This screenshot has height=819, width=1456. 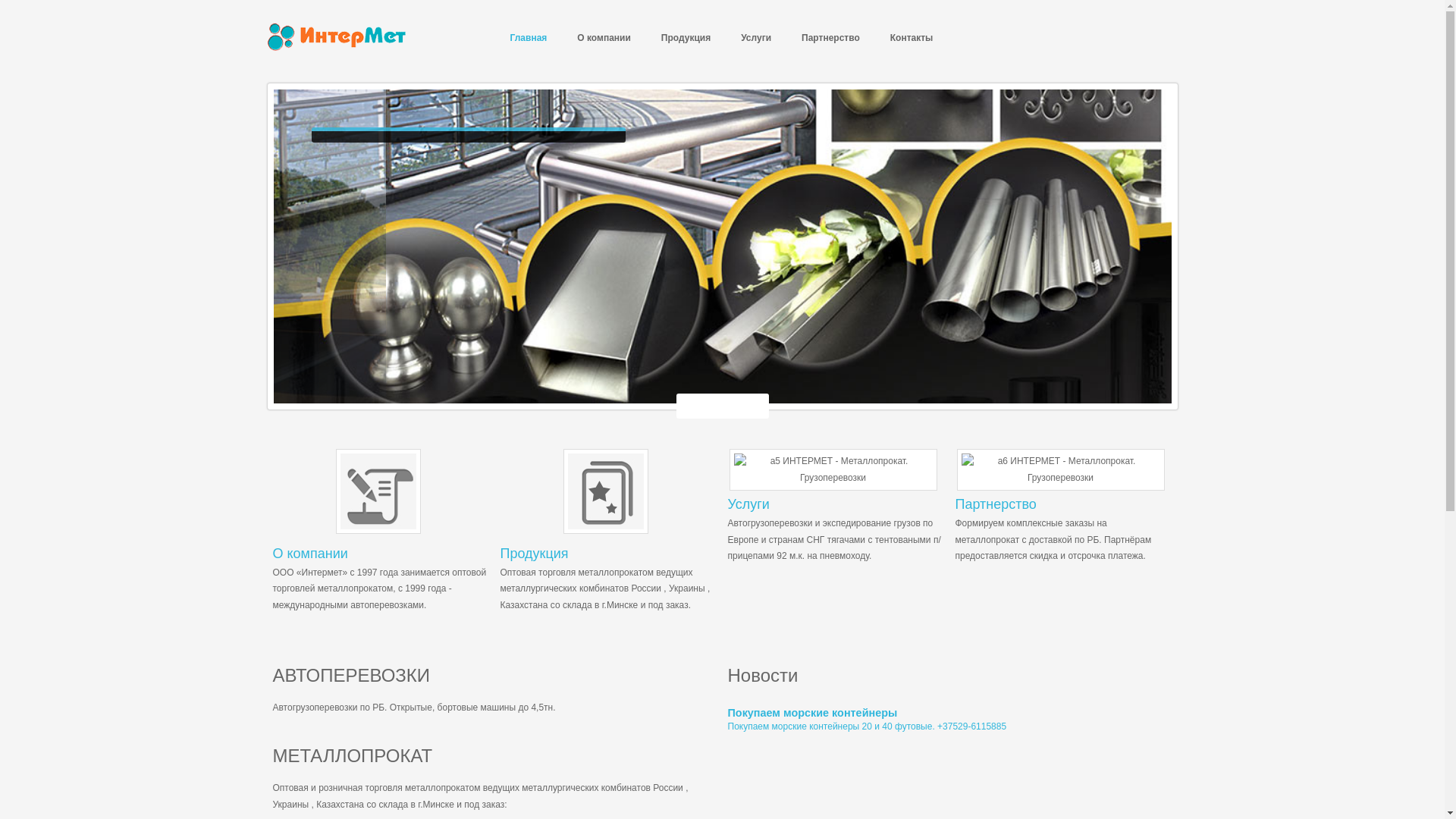 I want to click on 'a3 image', so click(x=378, y=491).